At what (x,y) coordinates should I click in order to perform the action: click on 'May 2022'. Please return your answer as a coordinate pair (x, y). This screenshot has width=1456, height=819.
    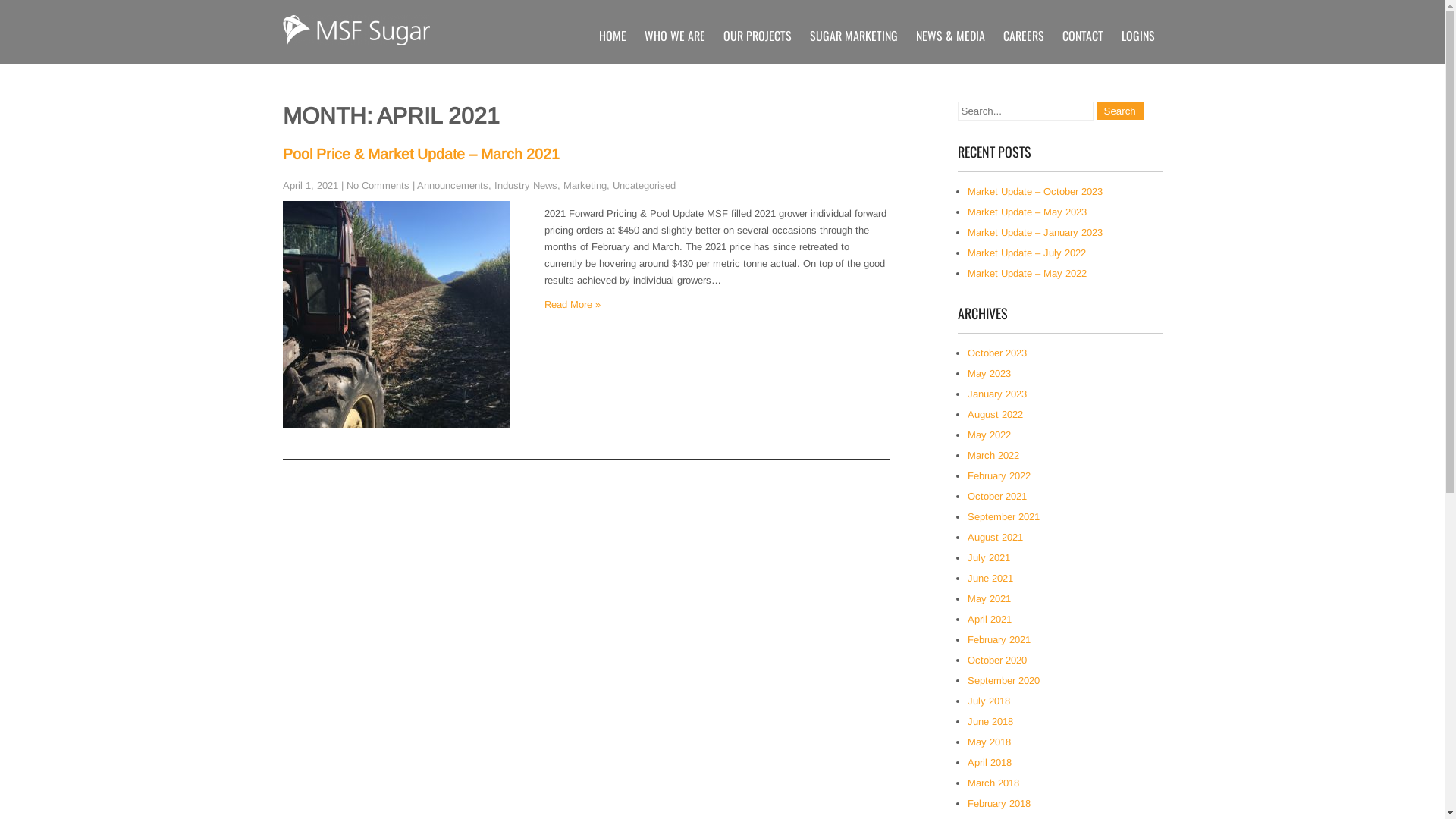
    Looking at the image, I should click on (989, 435).